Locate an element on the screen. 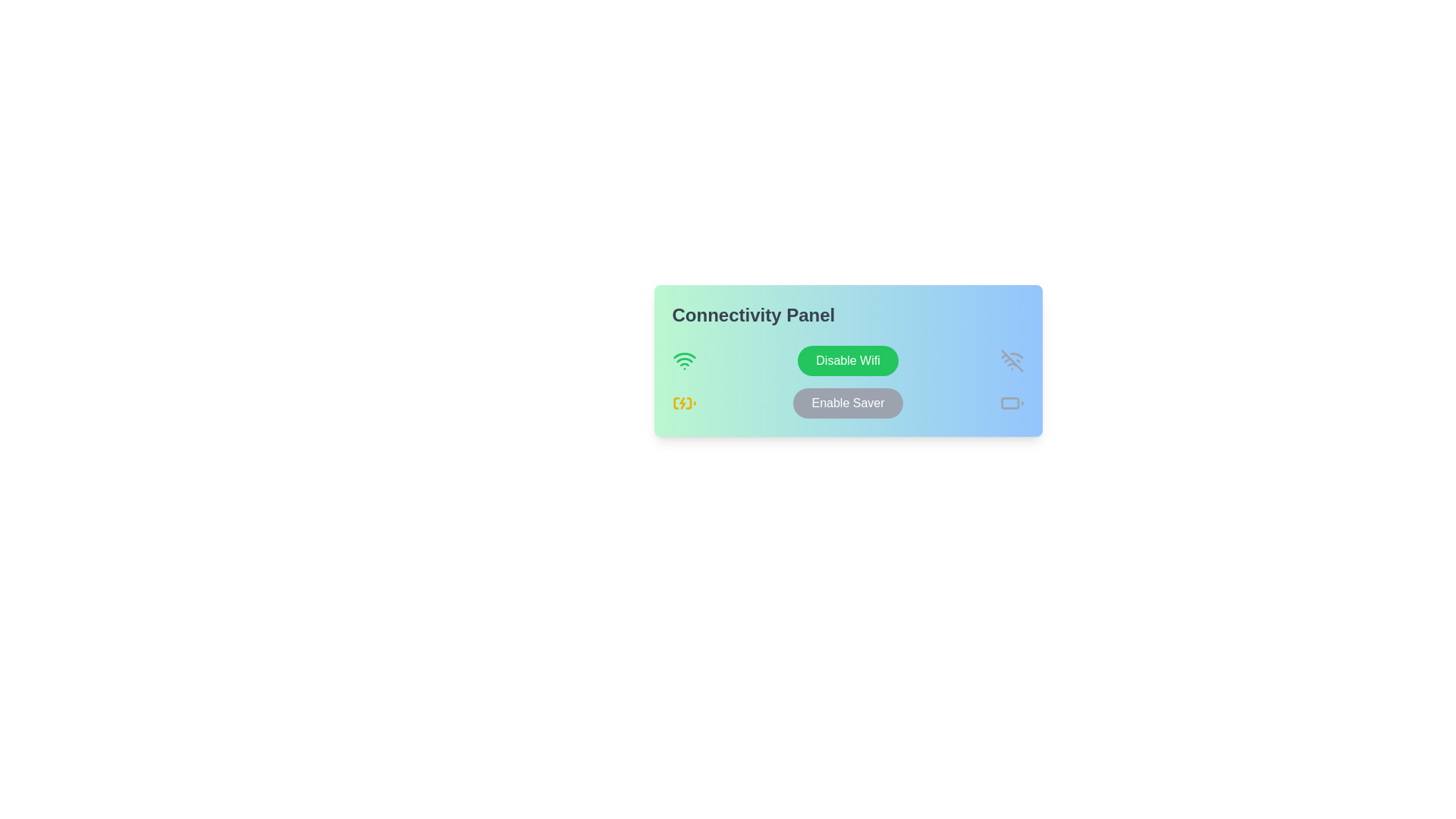 The image size is (1456, 819). the heading or title text element located at the left side of the gradient-colored panel, providing context about the functionalities below it is located at coordinates (753, 315).